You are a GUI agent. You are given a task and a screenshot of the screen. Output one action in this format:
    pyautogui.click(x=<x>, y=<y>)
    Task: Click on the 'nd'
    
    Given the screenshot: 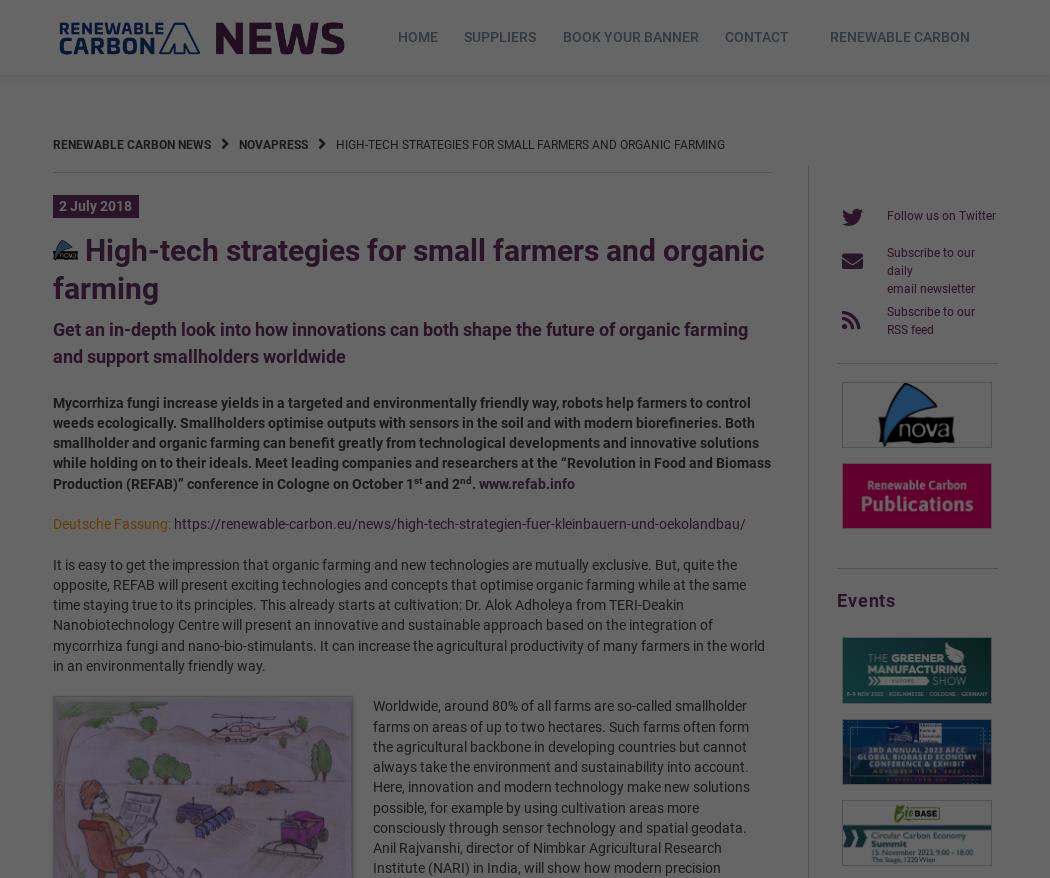 What is the action you would take?
    pyautogui.click(x=465, y=478)
    